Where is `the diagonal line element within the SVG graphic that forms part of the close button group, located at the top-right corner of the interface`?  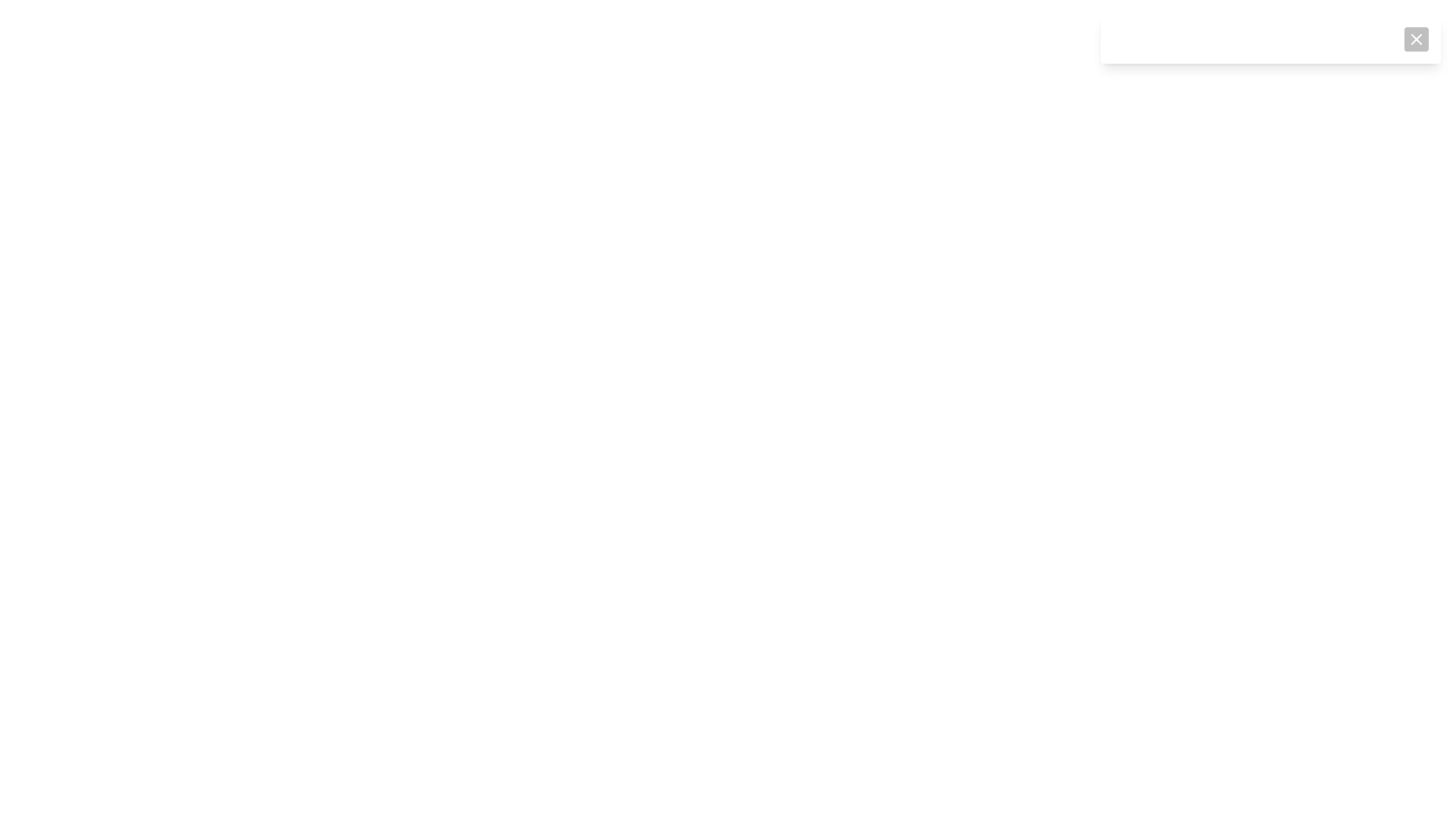 the diagonal line element within the SVG graphic that forms part of the close button group, located at the top-right corner of the interface is located at coordinates (1415, 38).